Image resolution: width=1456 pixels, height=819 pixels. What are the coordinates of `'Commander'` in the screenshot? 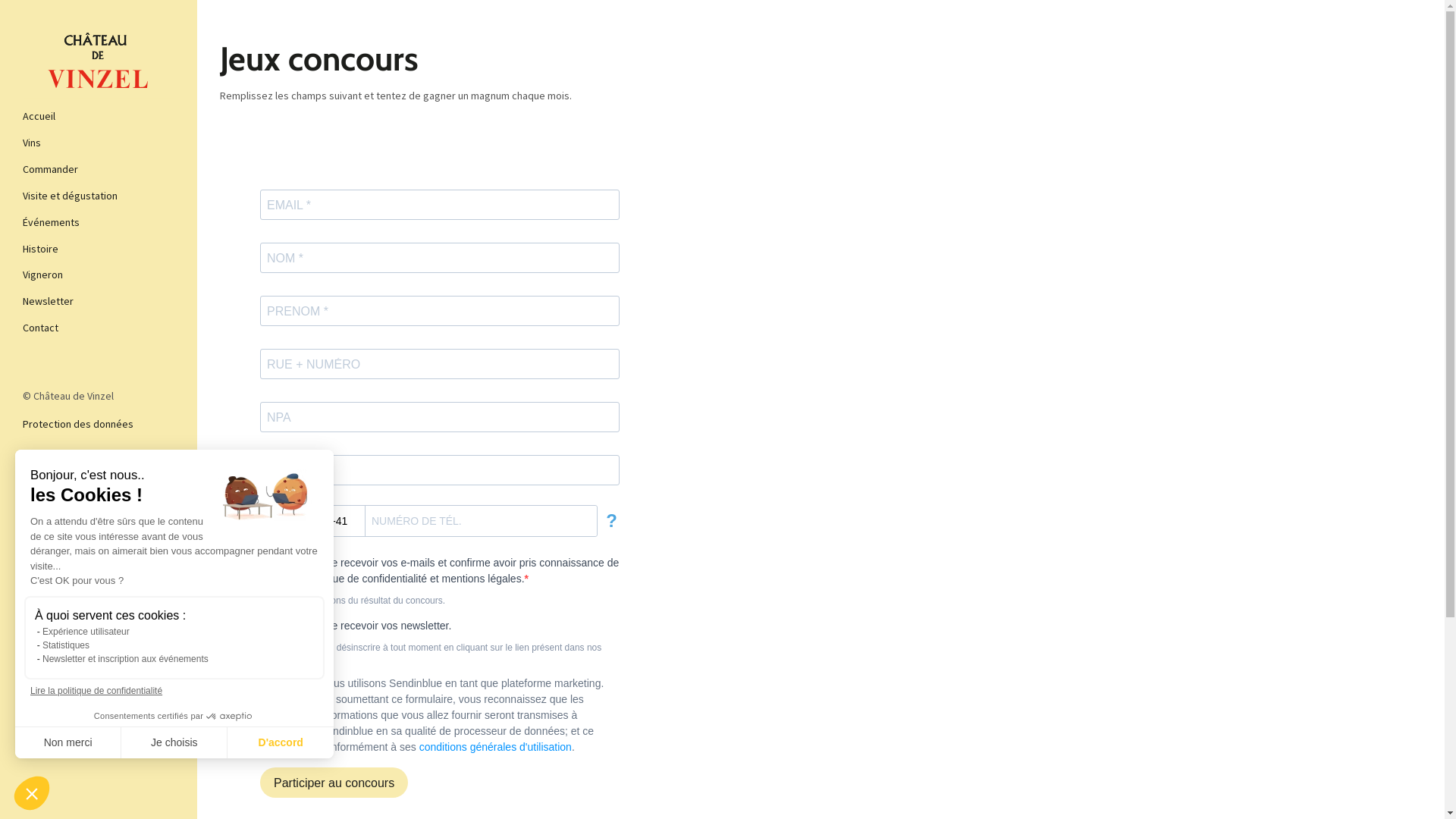 It's located at (22, 169).